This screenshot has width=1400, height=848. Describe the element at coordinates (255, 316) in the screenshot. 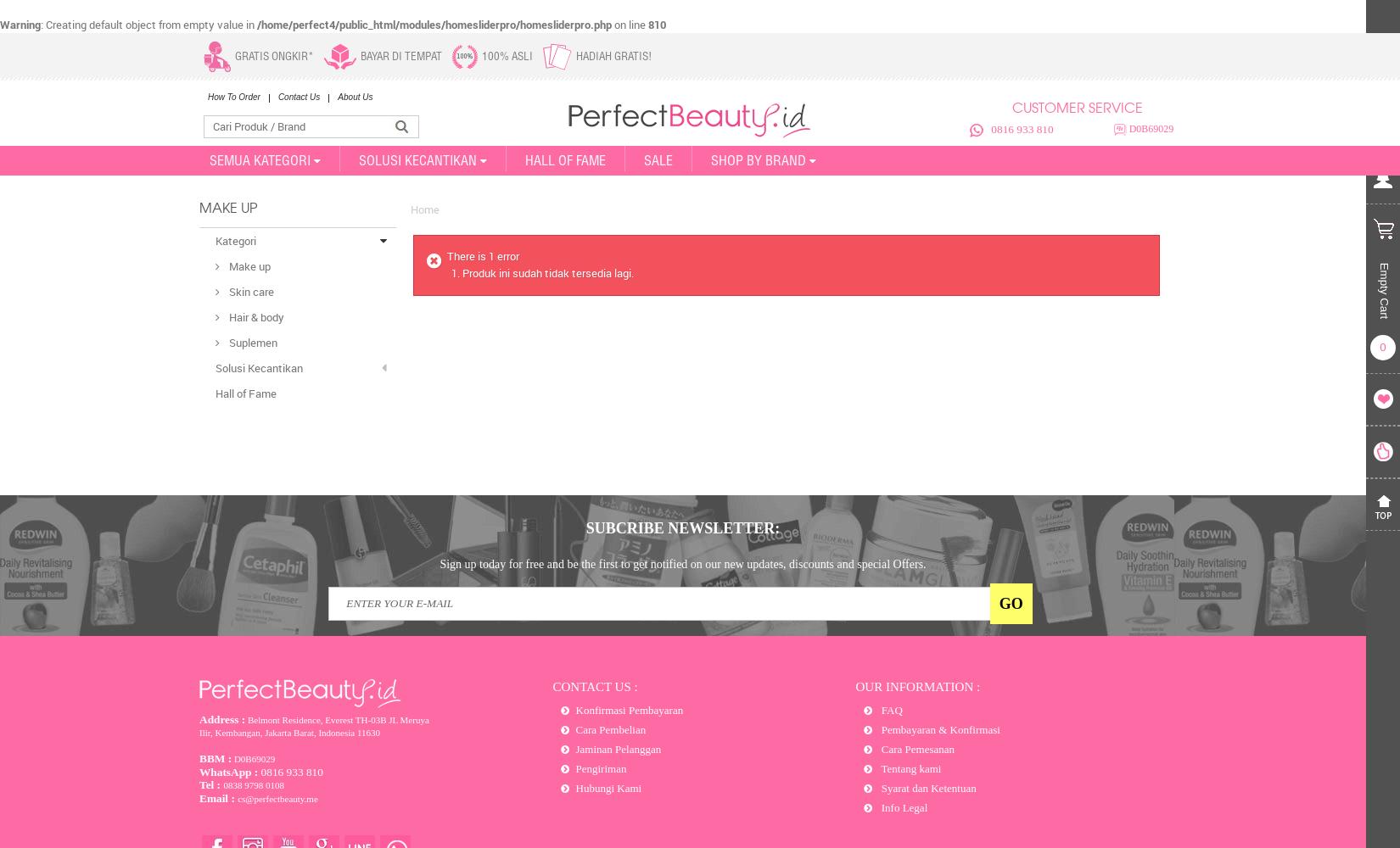

I see `'Hair & body'` at that location.